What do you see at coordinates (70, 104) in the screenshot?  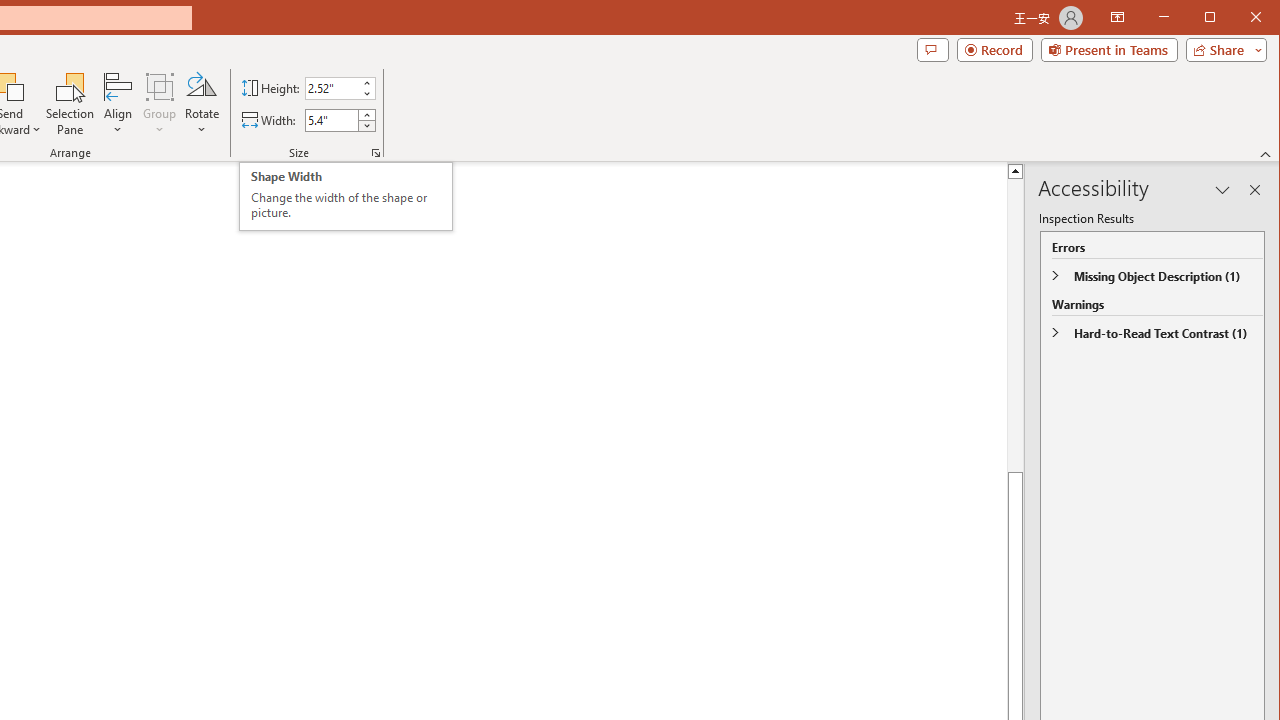 I see `'Selection Pane...'` at bounding box center [70, 104].